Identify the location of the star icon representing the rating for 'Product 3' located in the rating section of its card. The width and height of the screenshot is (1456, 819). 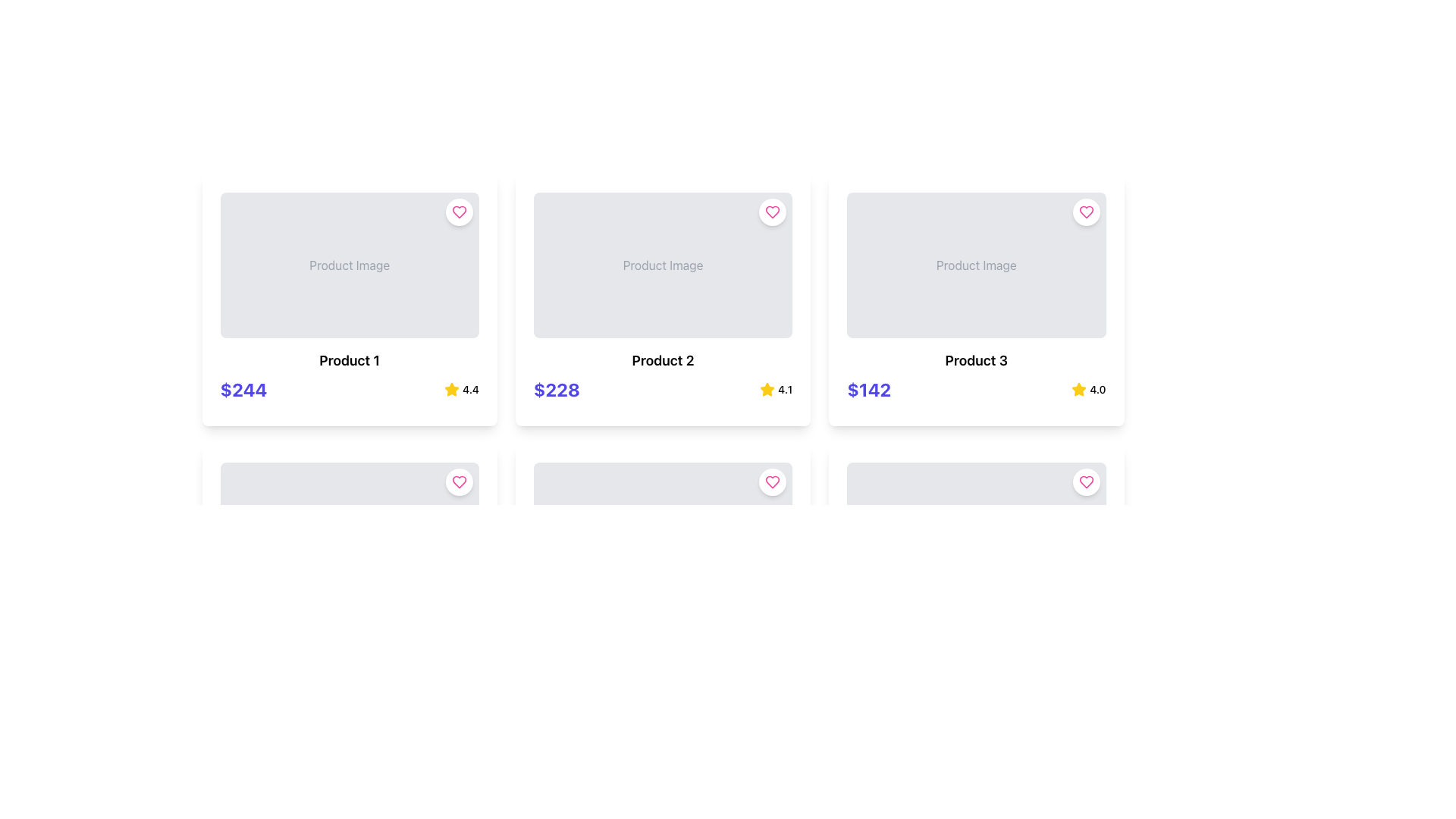
(1078, 388).